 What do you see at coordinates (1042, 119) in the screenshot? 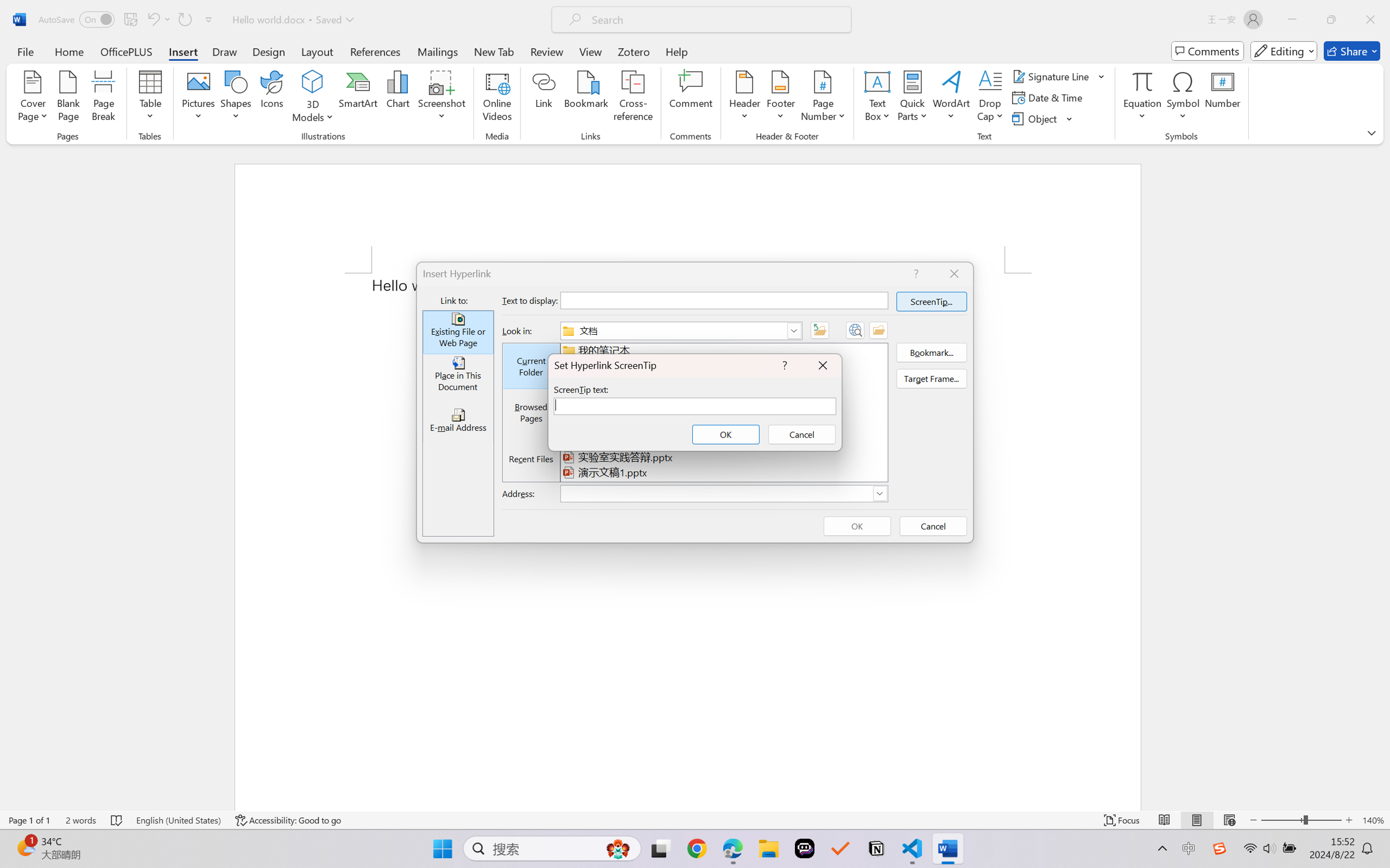
I see `'Object...'` at bounding box center [1042, 119].